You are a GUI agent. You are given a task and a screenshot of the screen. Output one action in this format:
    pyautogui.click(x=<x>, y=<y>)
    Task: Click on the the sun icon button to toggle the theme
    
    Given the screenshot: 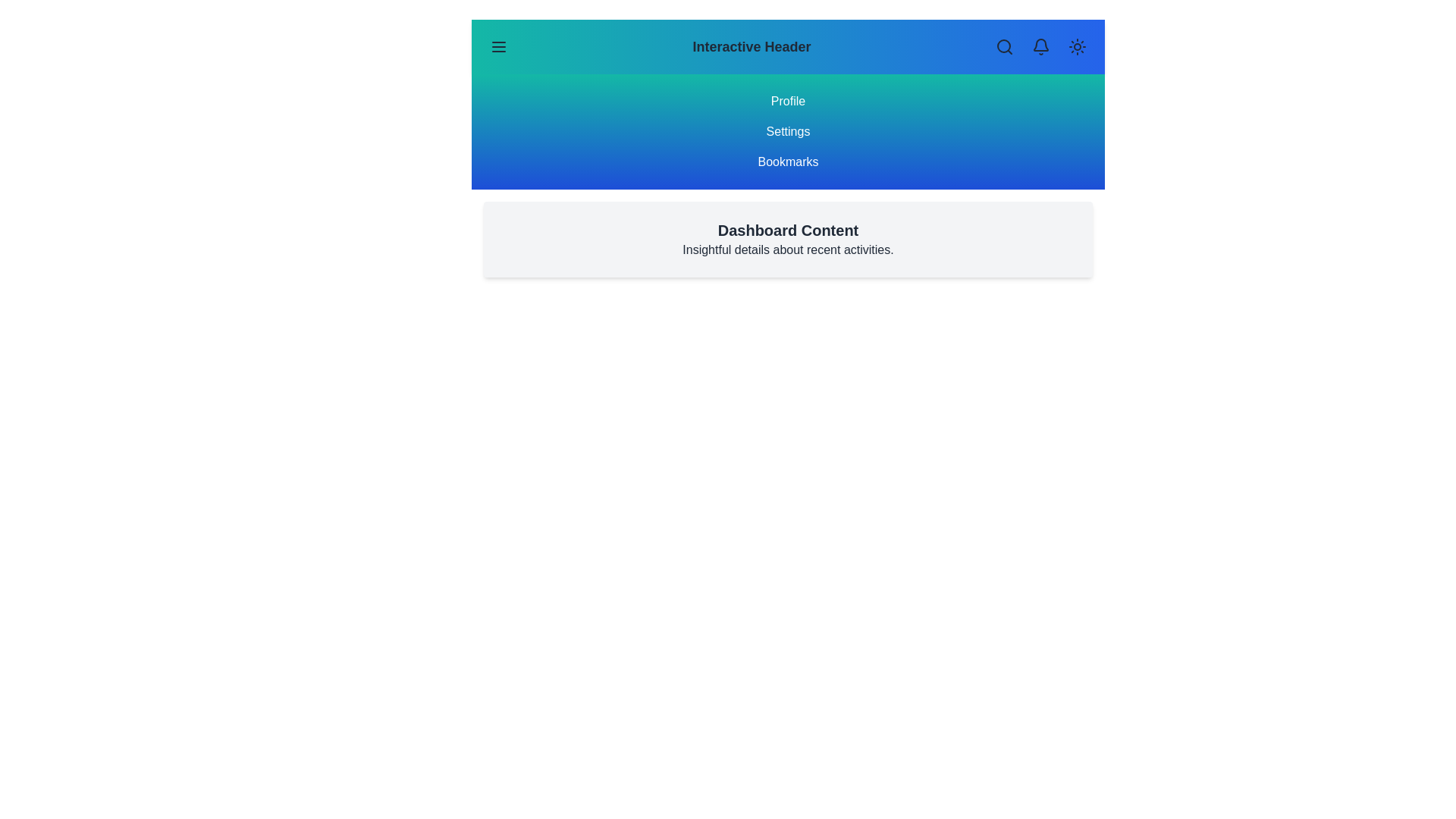 What is the action you would take?
    pyautogui.click(x=1076, y=45)
    